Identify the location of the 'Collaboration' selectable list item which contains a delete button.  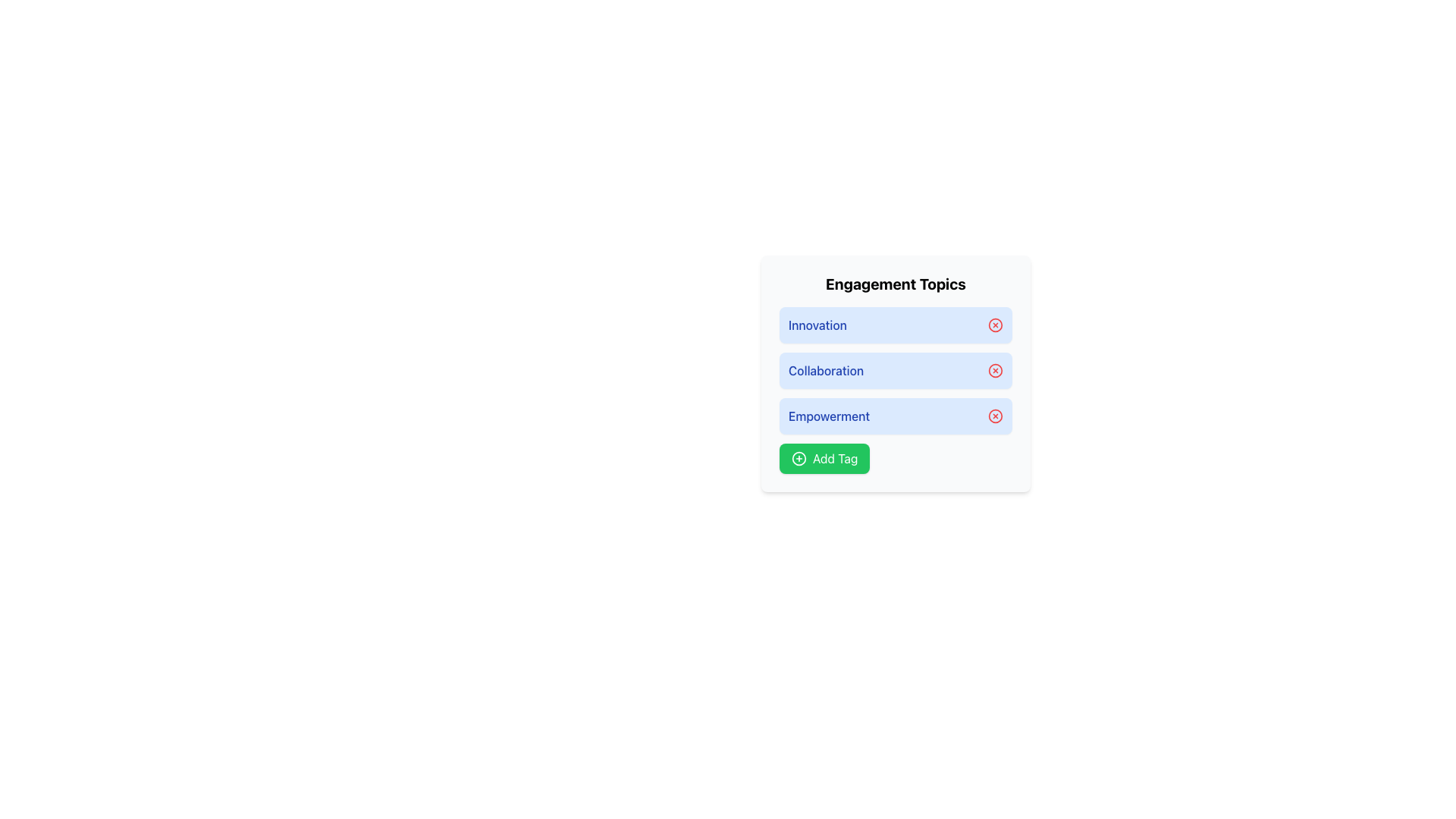
(896, 371).